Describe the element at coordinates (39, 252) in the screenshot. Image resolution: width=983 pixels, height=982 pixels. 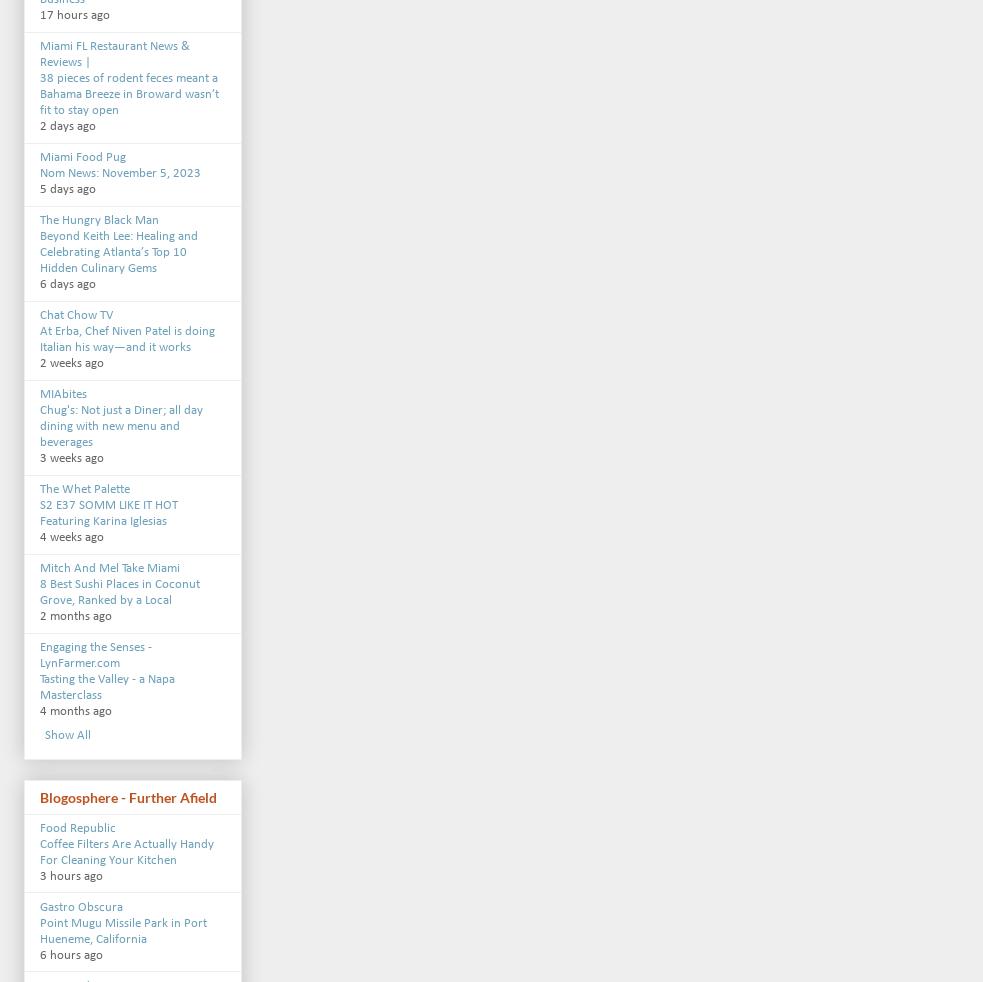
I see `'Beyond Keith Lee: Healing and Celebrating Atlanta’s Top 10 Hidden Culinary Gems'` at that location.